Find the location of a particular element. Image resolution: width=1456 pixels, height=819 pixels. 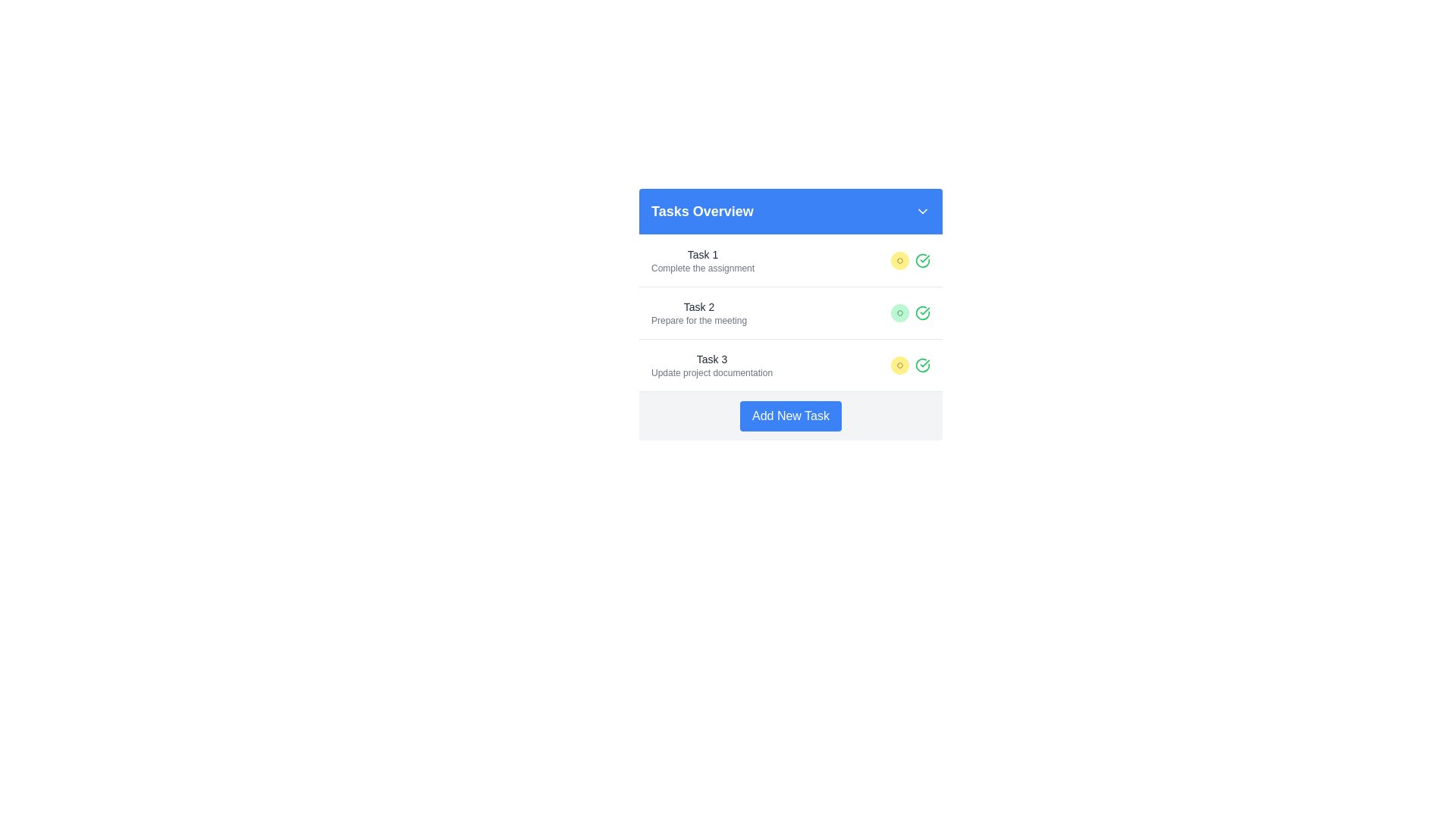

the distinctive button located at the bottom of the interface is located at coordinates (789, 416).